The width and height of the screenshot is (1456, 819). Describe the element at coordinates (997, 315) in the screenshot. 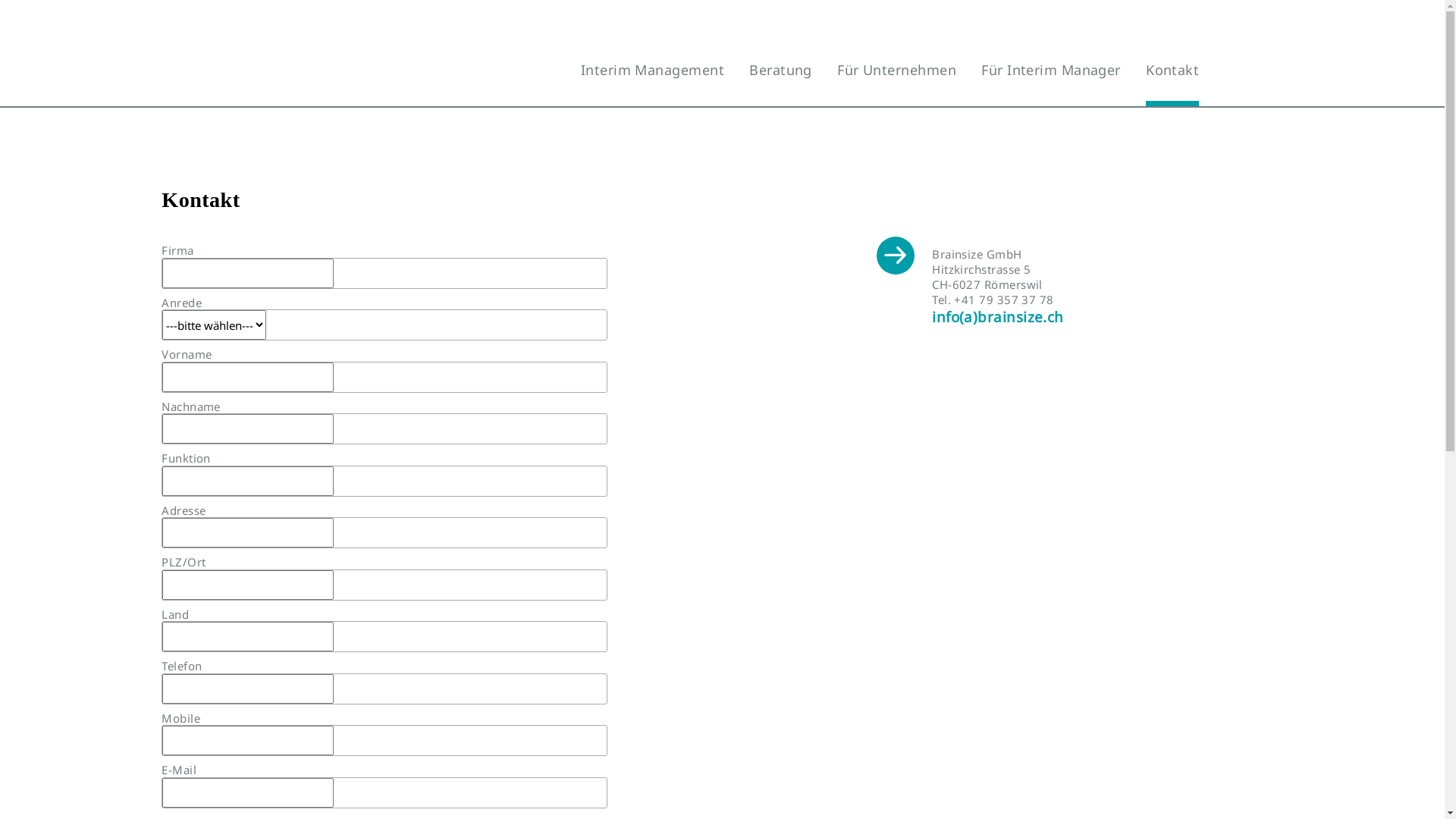

I see `'info(a)brainsize.ch'` at that location.